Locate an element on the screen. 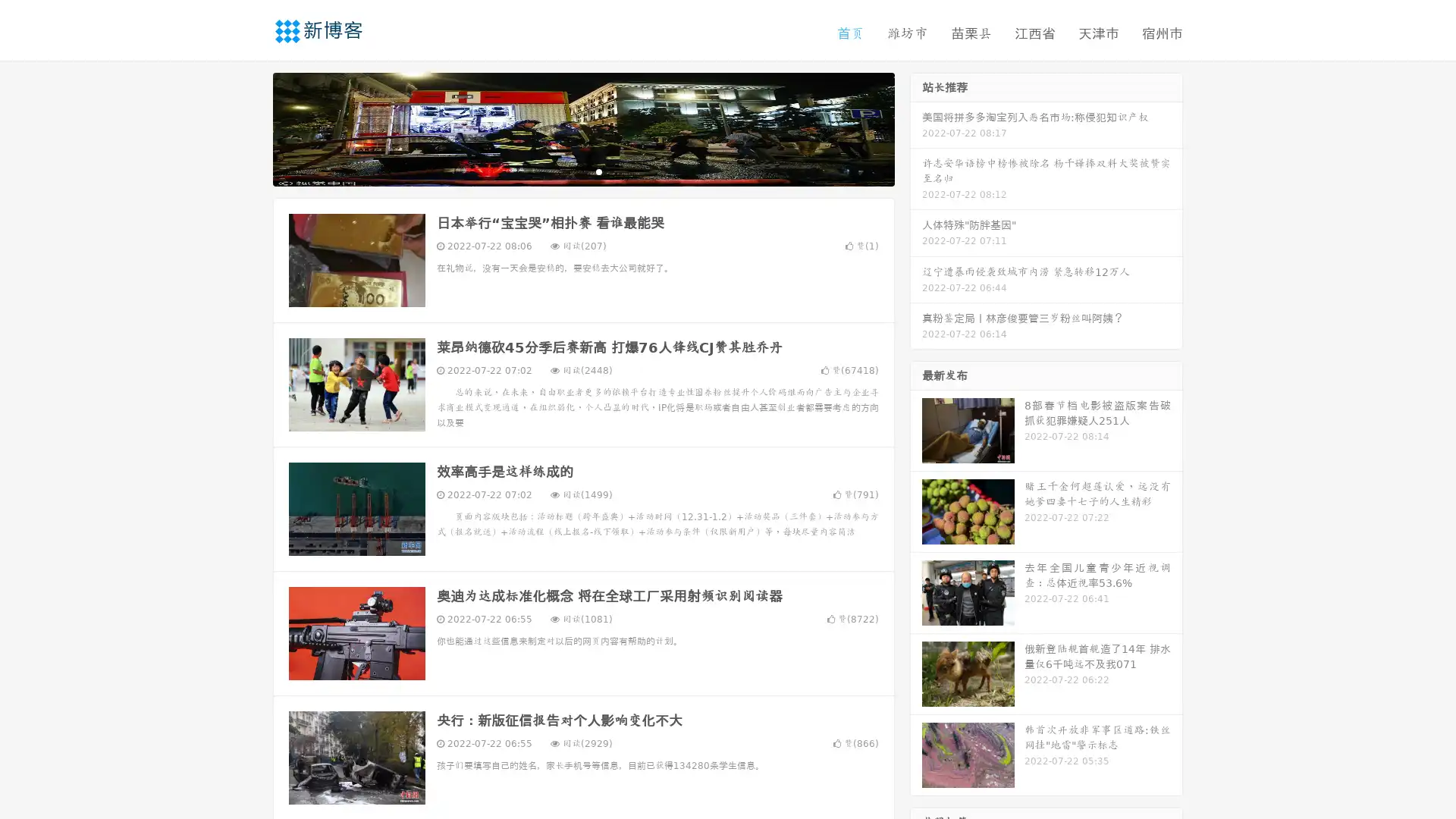 The width and height of the screenshot is (1456, 819). Go to slide 2 is located at coordinates (582, 171).